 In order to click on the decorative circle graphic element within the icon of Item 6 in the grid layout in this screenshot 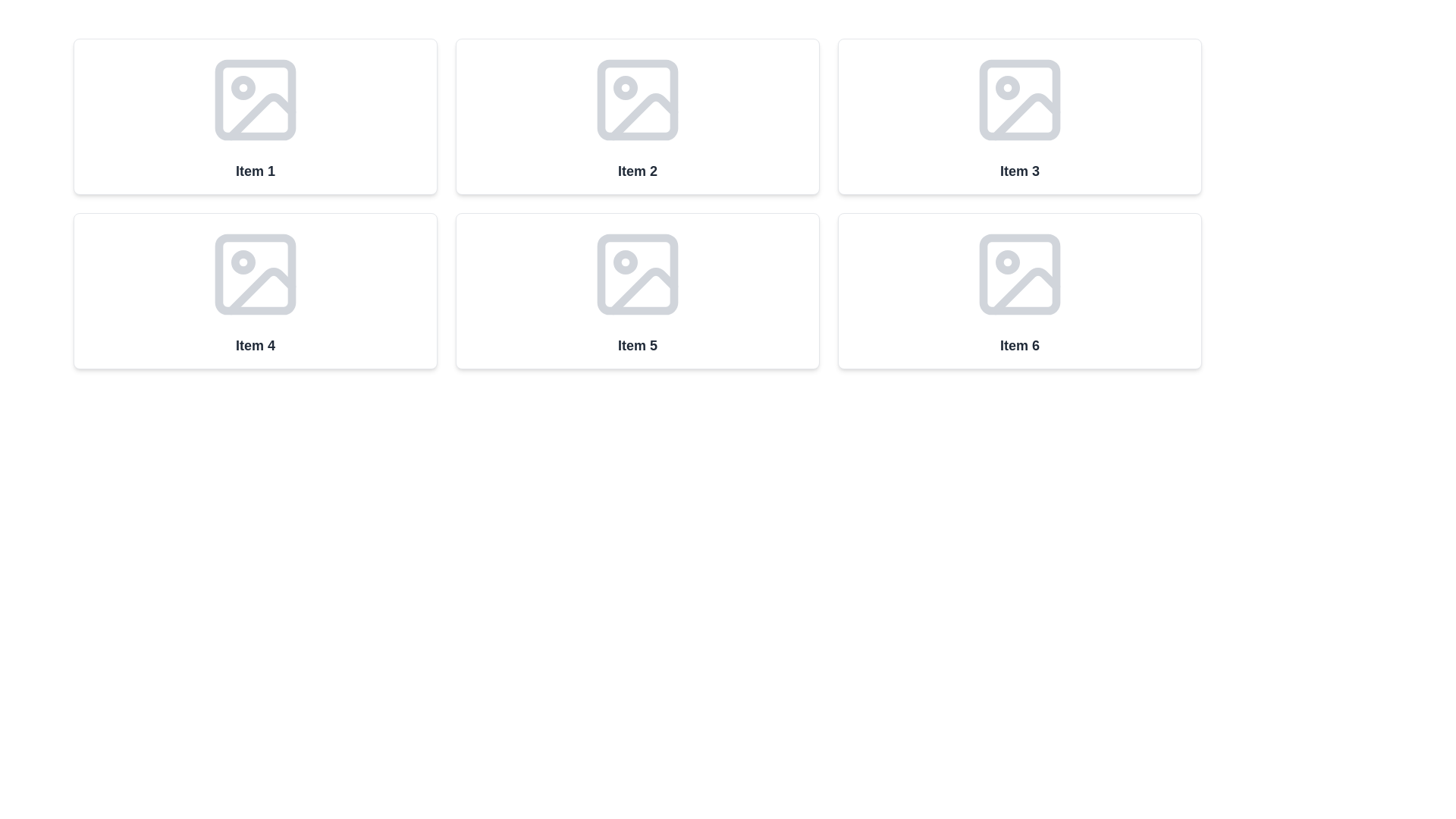, I will do `click(1008, 262)`.